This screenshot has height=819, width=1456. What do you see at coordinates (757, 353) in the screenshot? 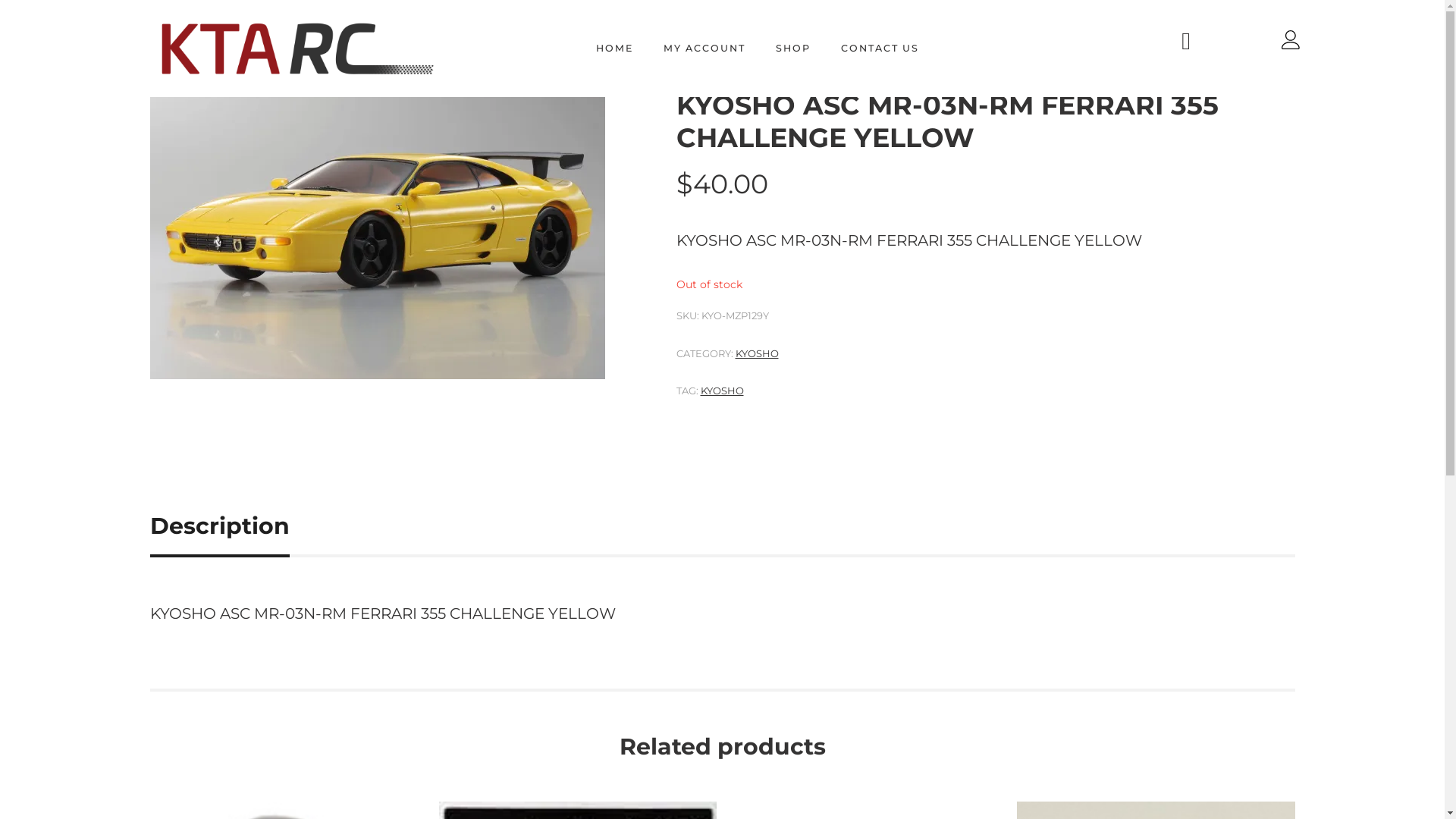
I see `'KYOSHO'` at bounding box center [757, 353].